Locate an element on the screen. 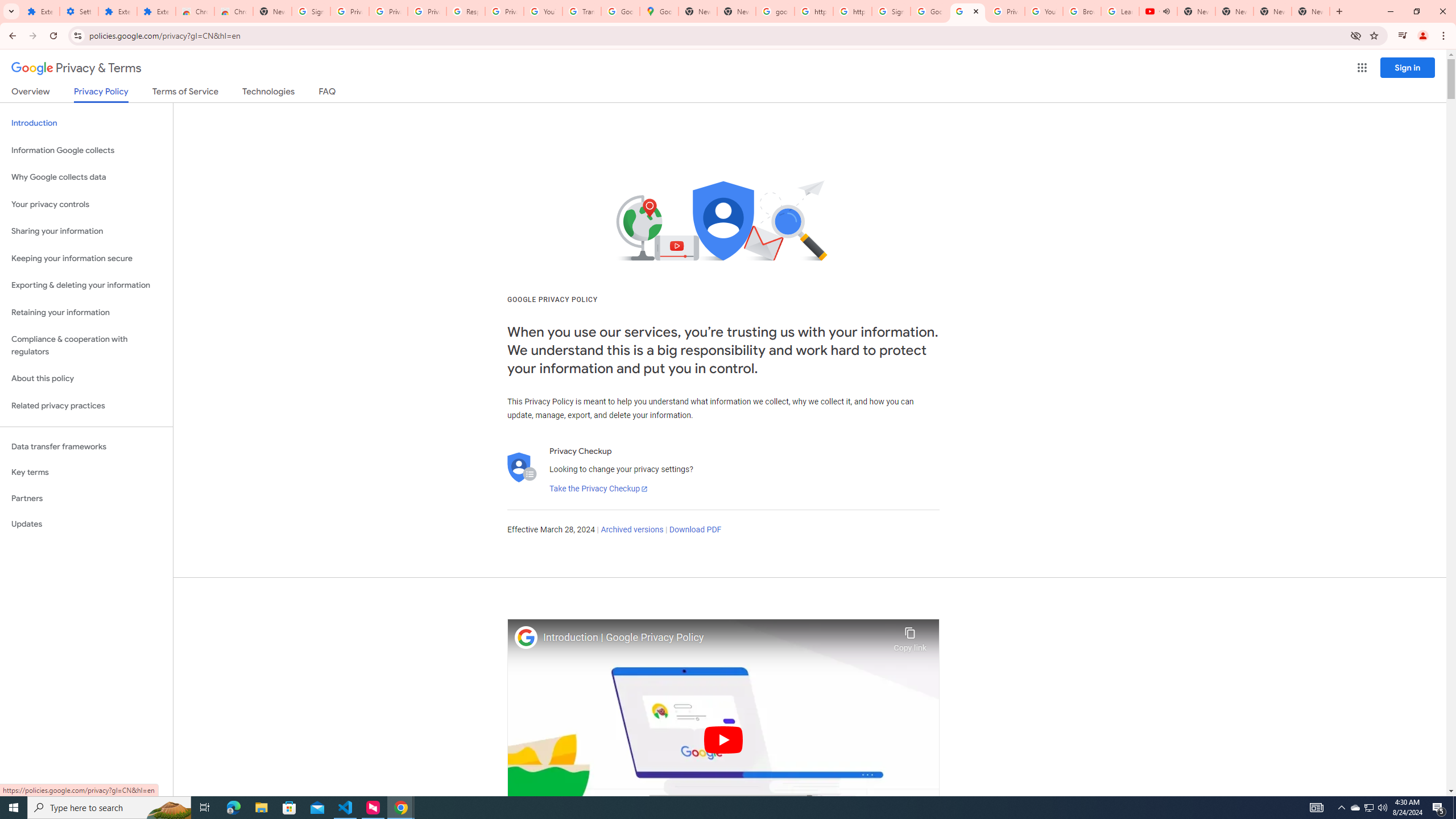 The width and height of the screenshot is (1456, 819). 'Extensions' is located at coordinates (156, 11).